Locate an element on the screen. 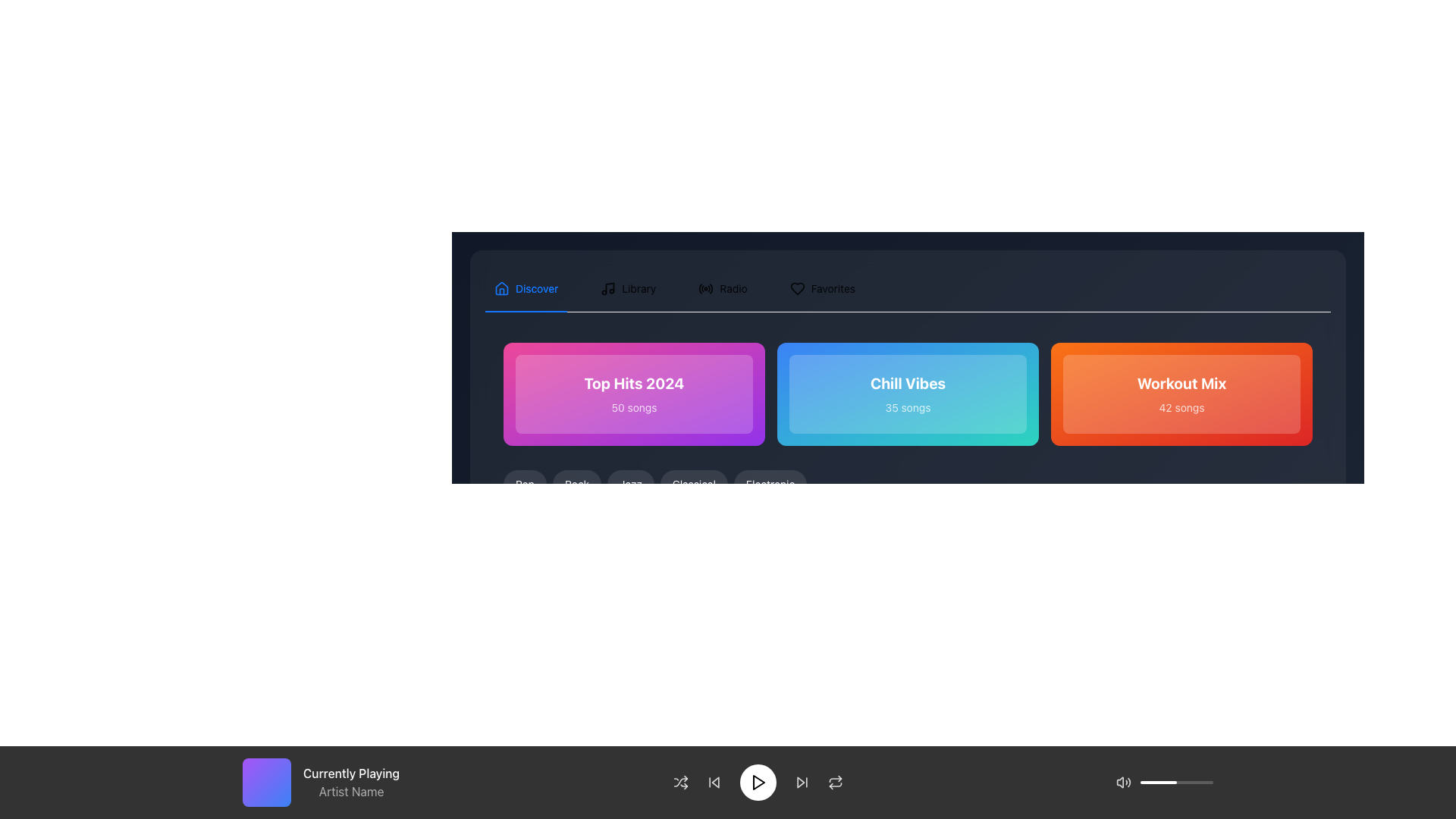 The image size is (1456, 819). the slider position is located at coordinates (1151, 783).